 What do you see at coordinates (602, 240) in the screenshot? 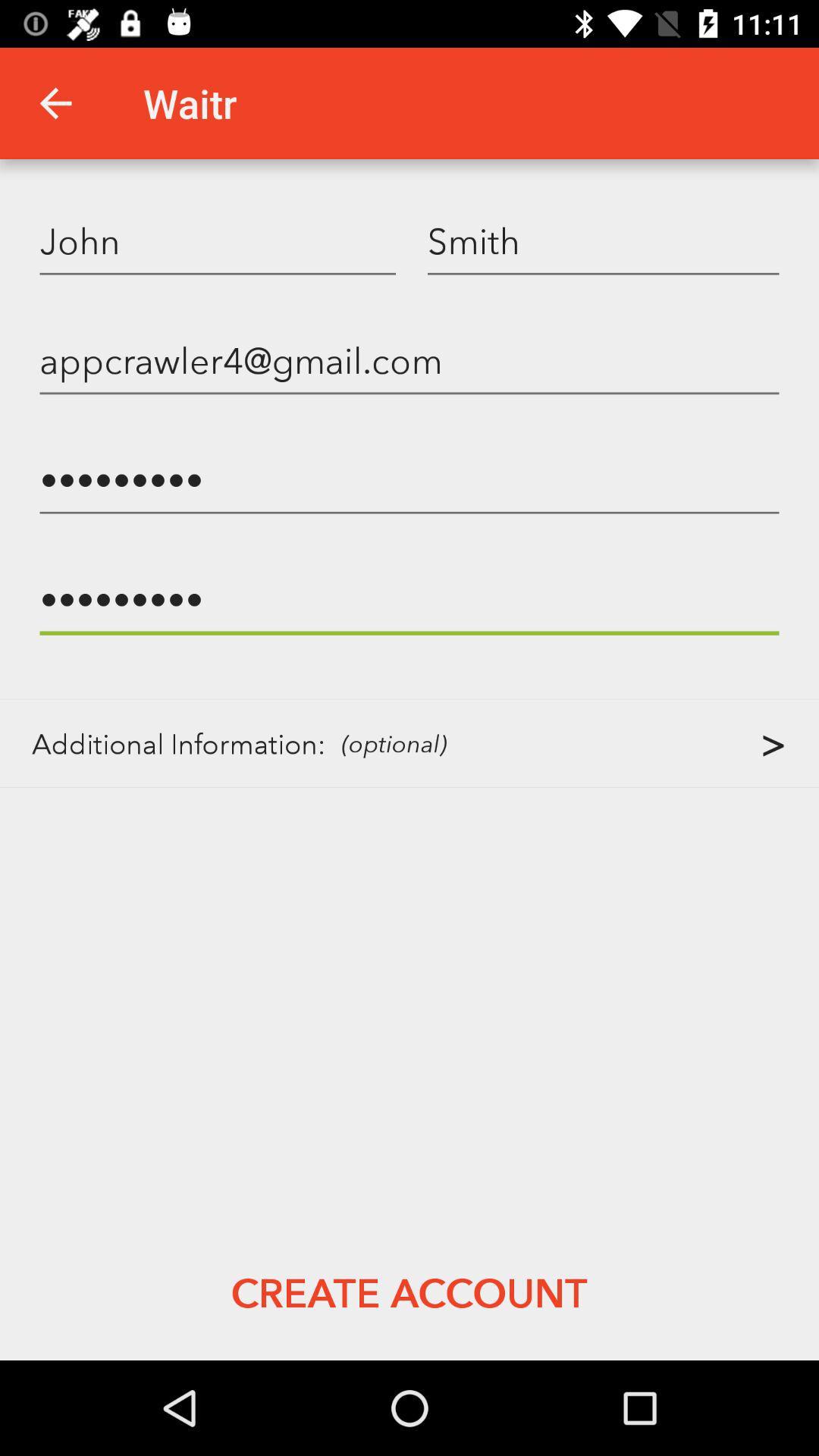
I see `item next to john` at bounding box center [602, 240].